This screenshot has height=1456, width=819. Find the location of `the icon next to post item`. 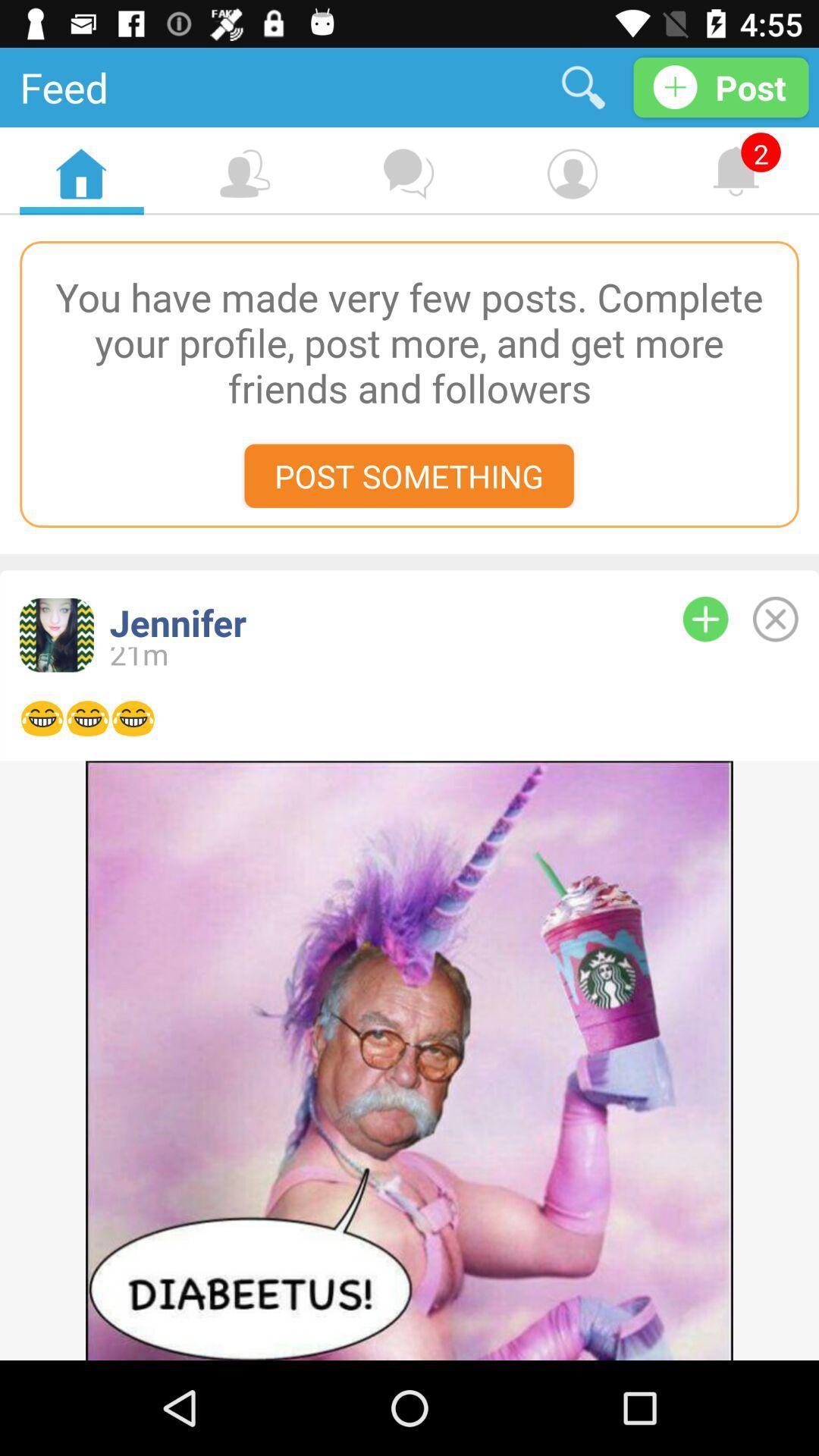

the icon next to post item is located at coordinates (582, 86).